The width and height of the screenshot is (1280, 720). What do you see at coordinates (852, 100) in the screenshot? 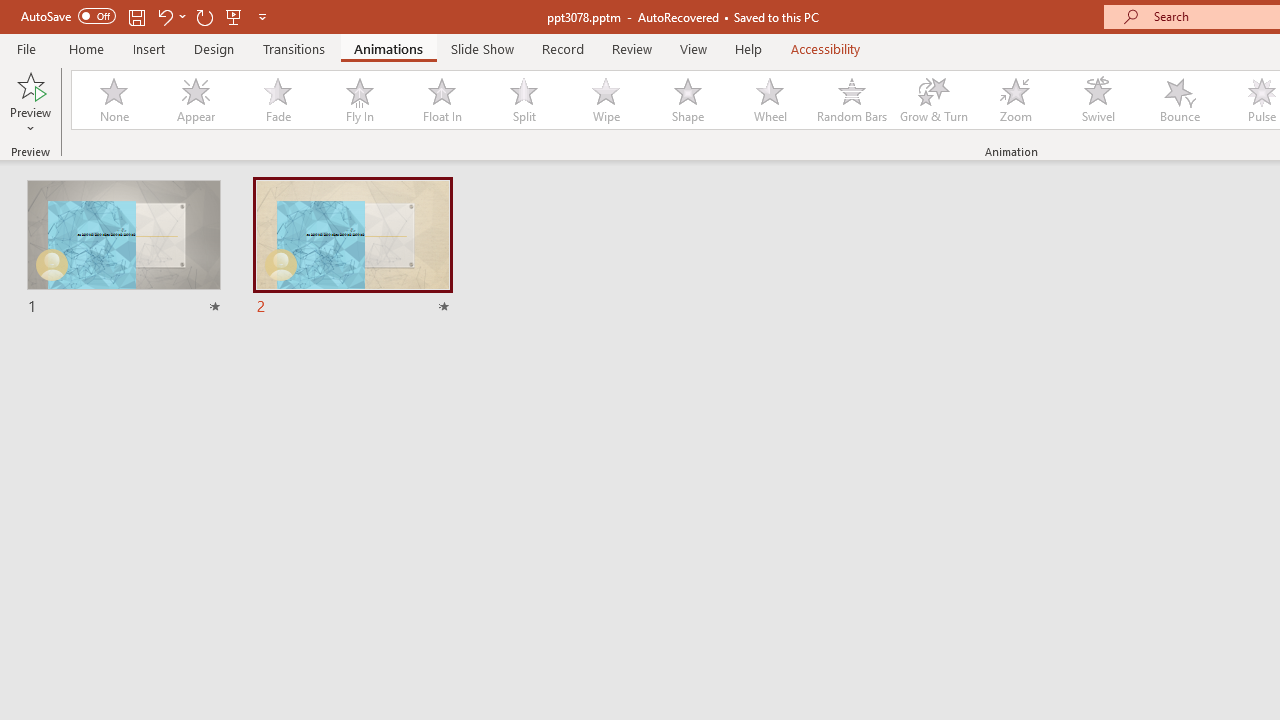
I see `'Random Bars'` at bounding box center [852, 100].